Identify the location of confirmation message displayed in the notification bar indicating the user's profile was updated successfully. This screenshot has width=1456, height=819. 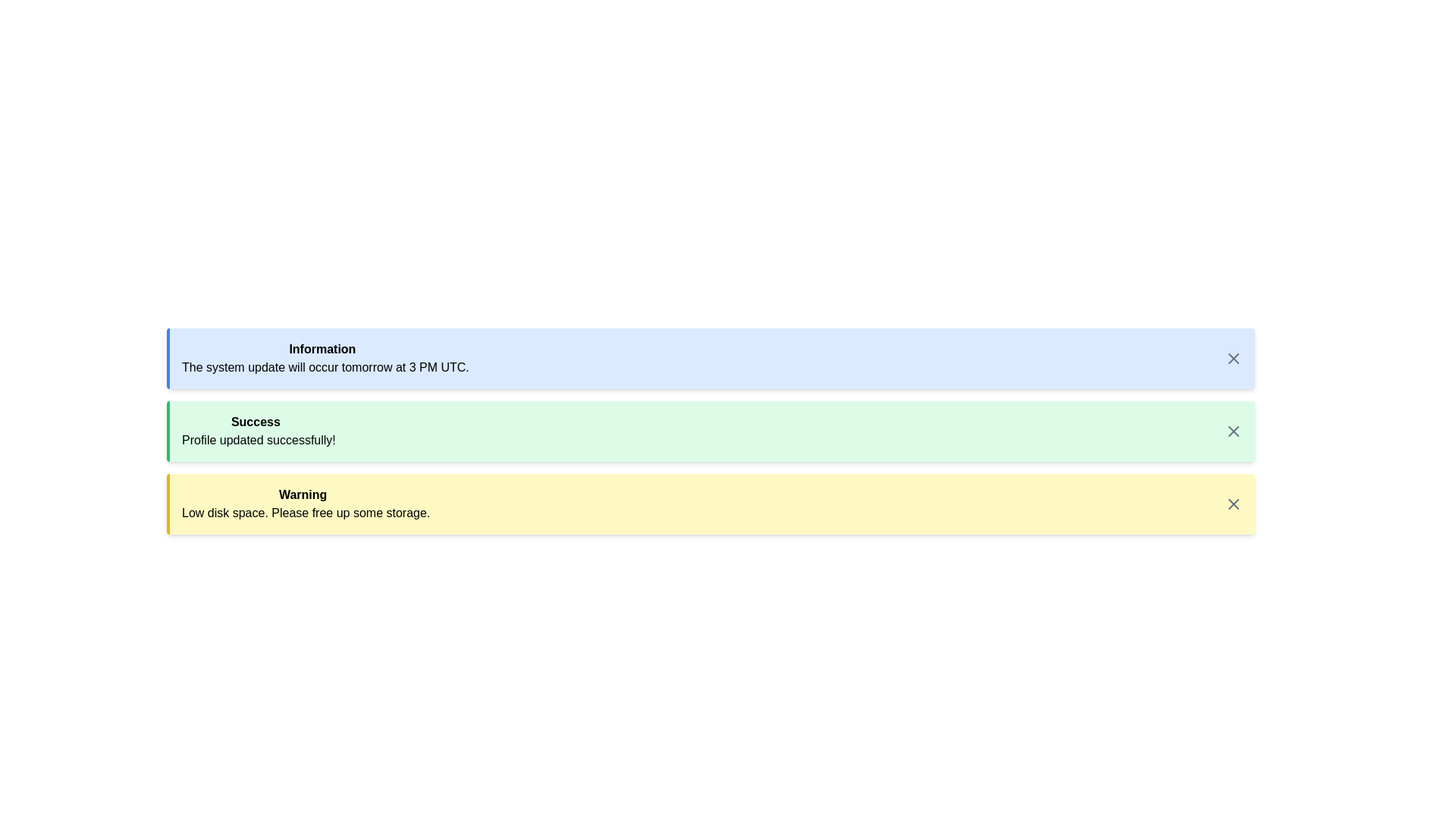
(259, 431).